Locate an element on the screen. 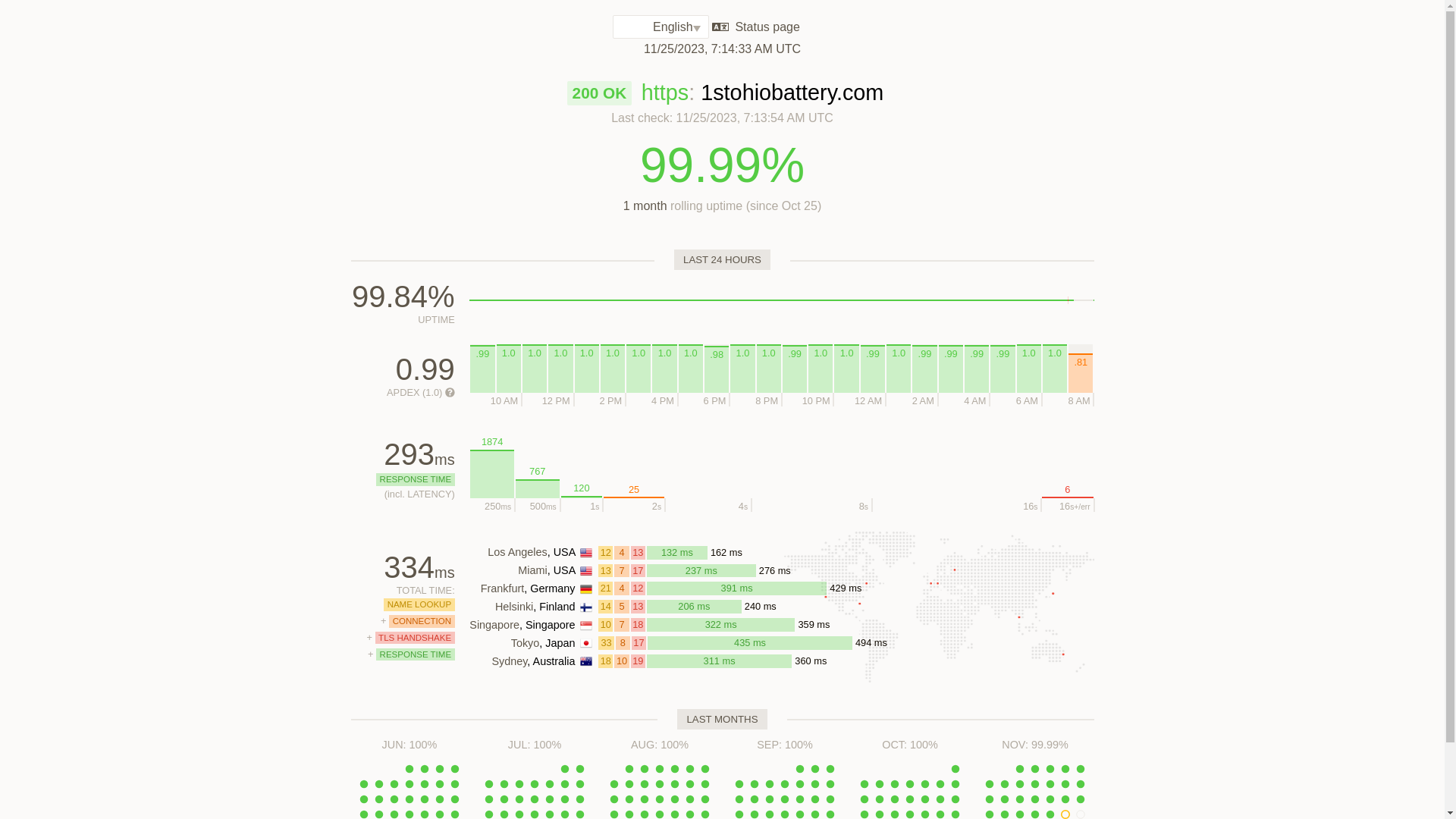 The width and height of the screenshot is (1456, 819). '<small>Jul 11:</small> No downtime' is located at coordinates (504, 798).